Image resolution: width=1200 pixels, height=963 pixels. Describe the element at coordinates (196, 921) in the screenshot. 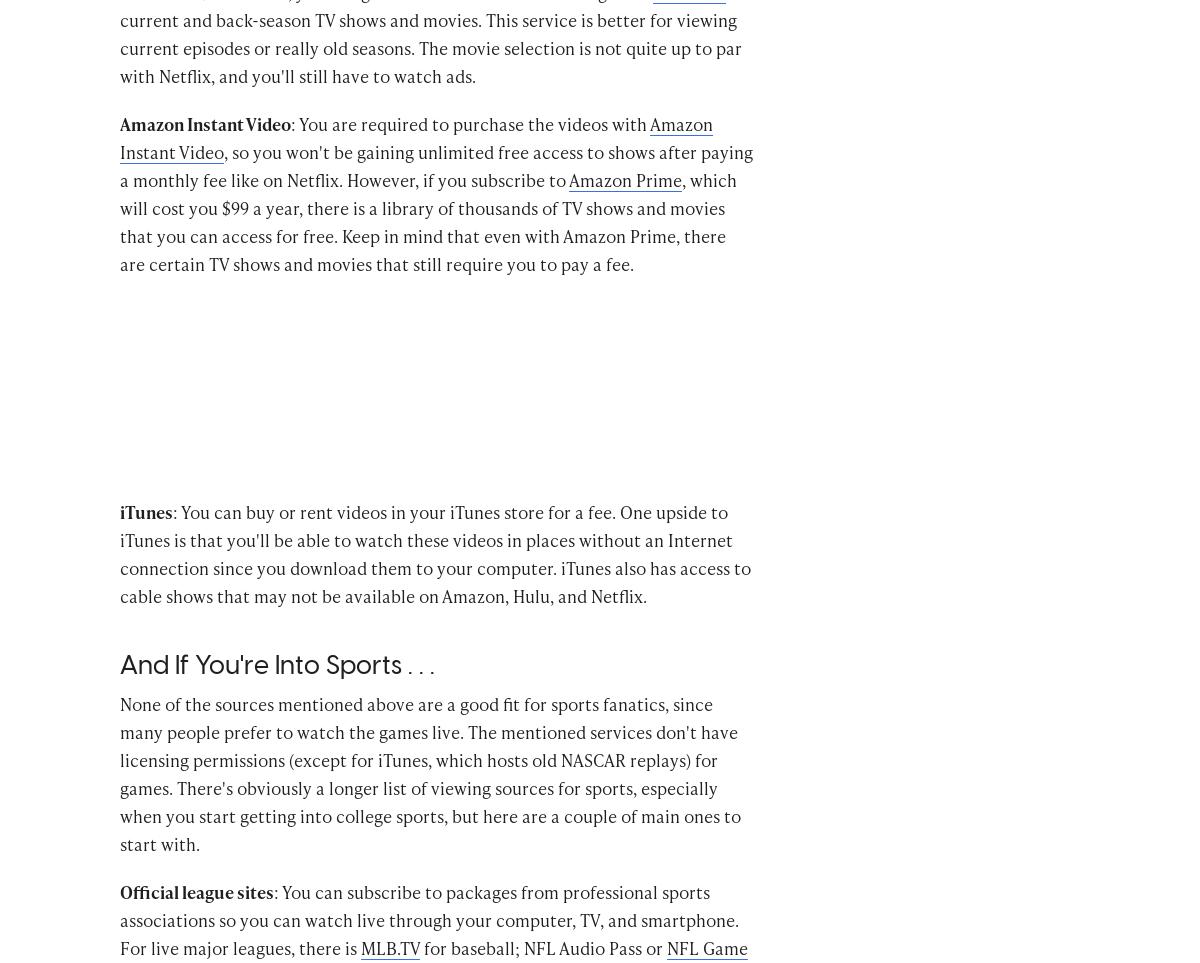

I see `'Official league sites'` at that location.